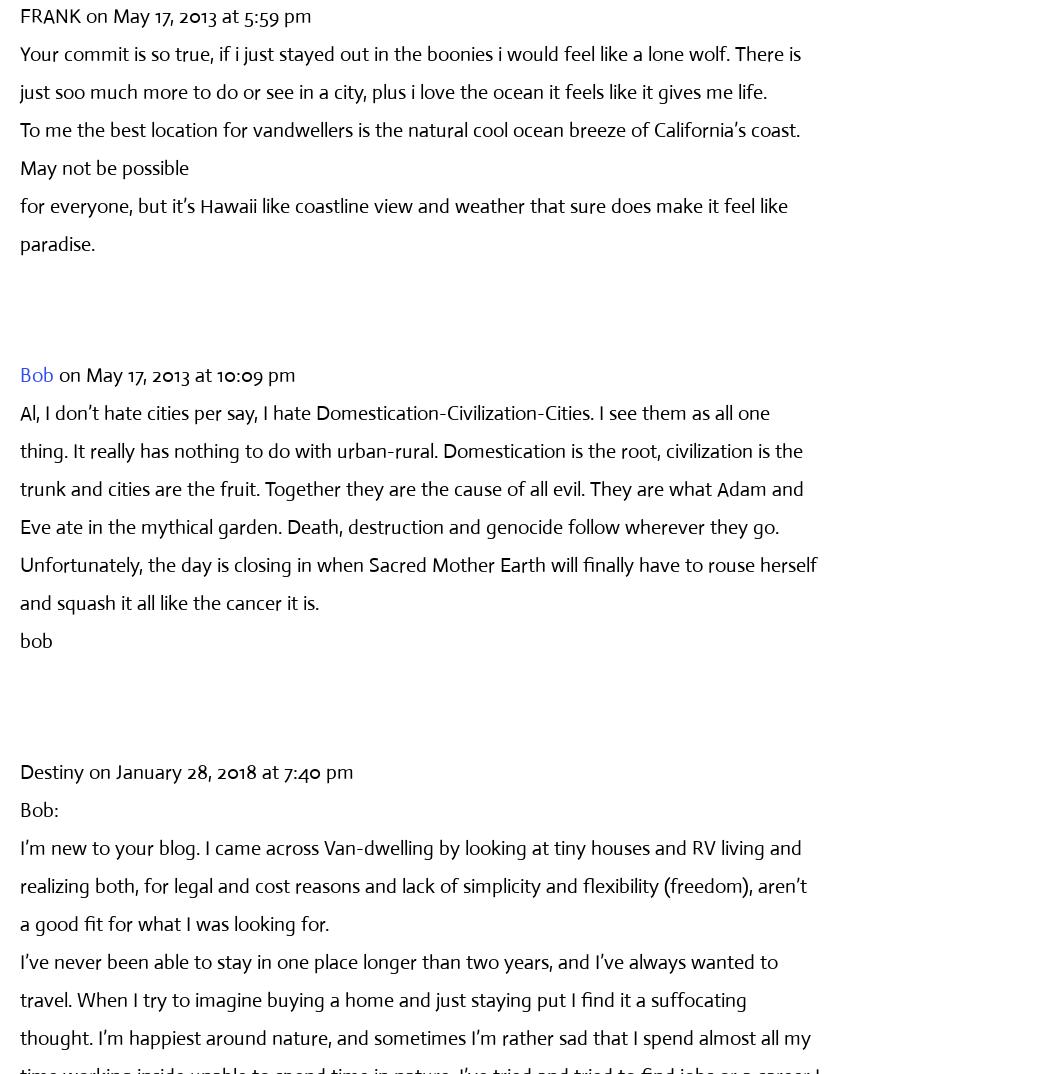  What do you see at coordinates (417, 582) in the screenshot?
I see `'Unfortunately, the day is closing in when Sacred Mother Earth will finally have to rouse herself and squash it all like the cancer it is.'` at bounding box center [417, 582].